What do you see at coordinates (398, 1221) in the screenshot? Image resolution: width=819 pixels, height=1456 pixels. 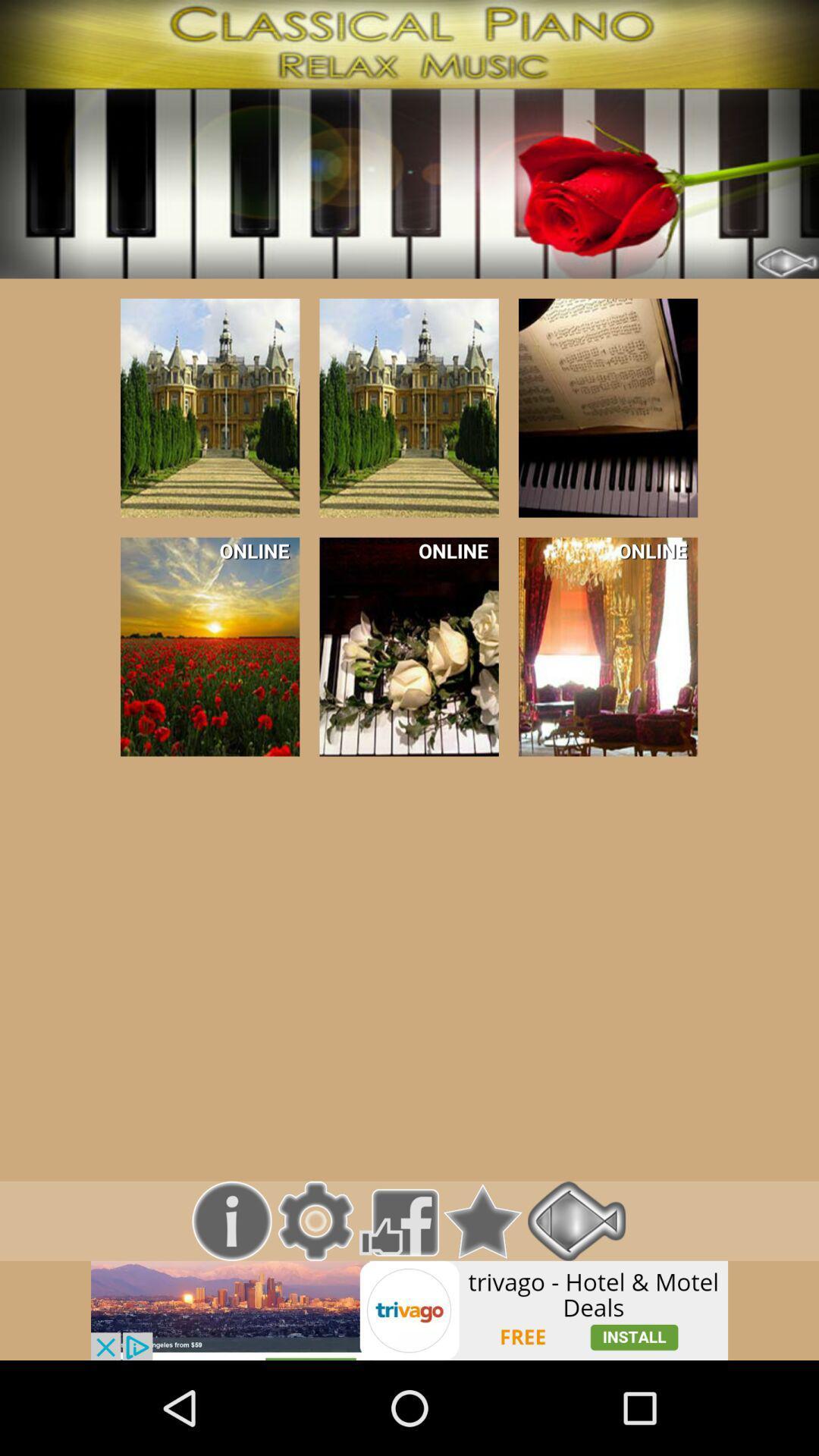 I see `facebook` at bounding box center [398, 1221].